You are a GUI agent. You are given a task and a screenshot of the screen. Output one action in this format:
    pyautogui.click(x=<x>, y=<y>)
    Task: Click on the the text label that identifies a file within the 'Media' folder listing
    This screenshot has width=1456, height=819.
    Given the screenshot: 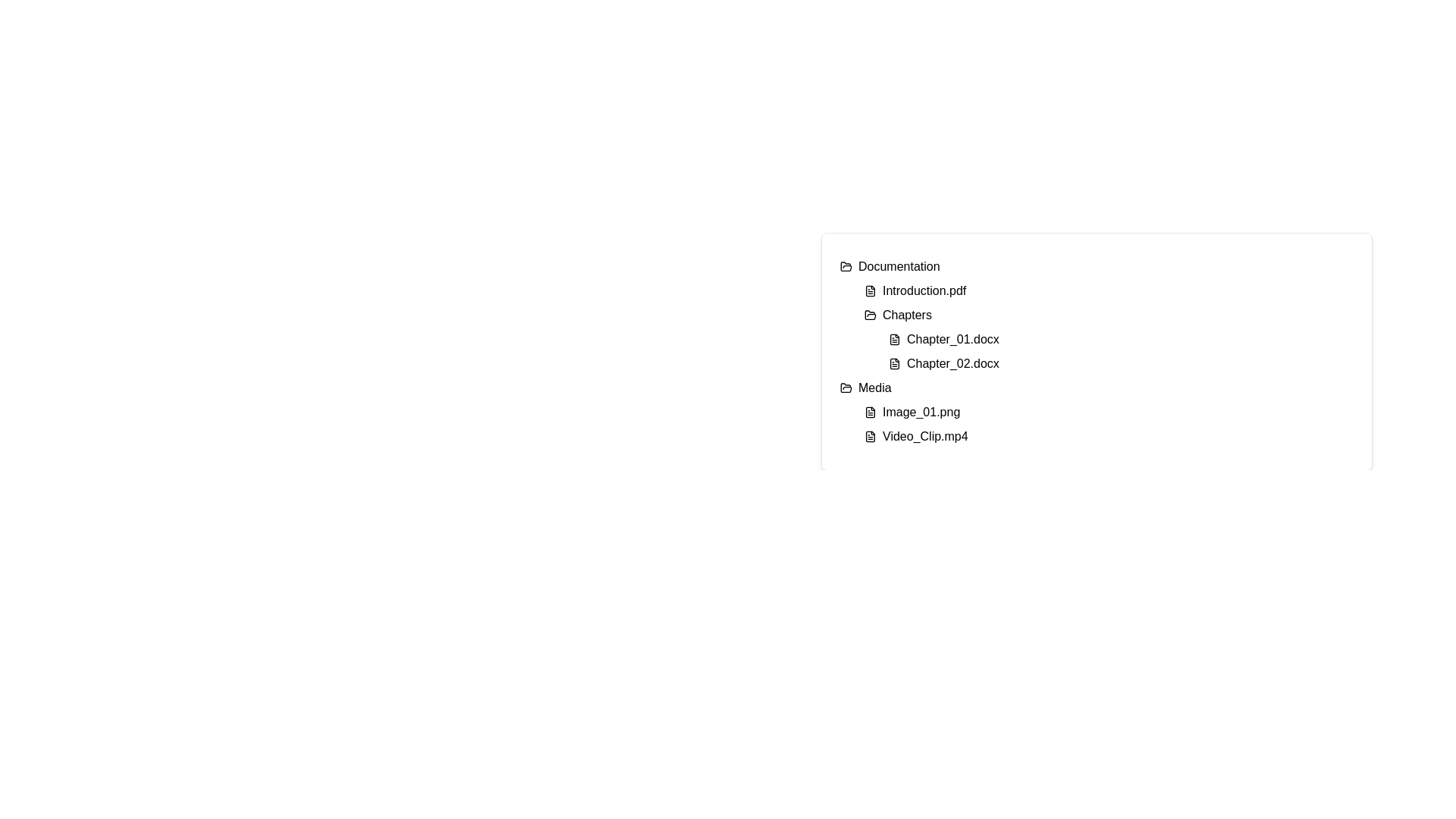 What is the action you would take?
    pyautogui.click(x=921, y=412)
    